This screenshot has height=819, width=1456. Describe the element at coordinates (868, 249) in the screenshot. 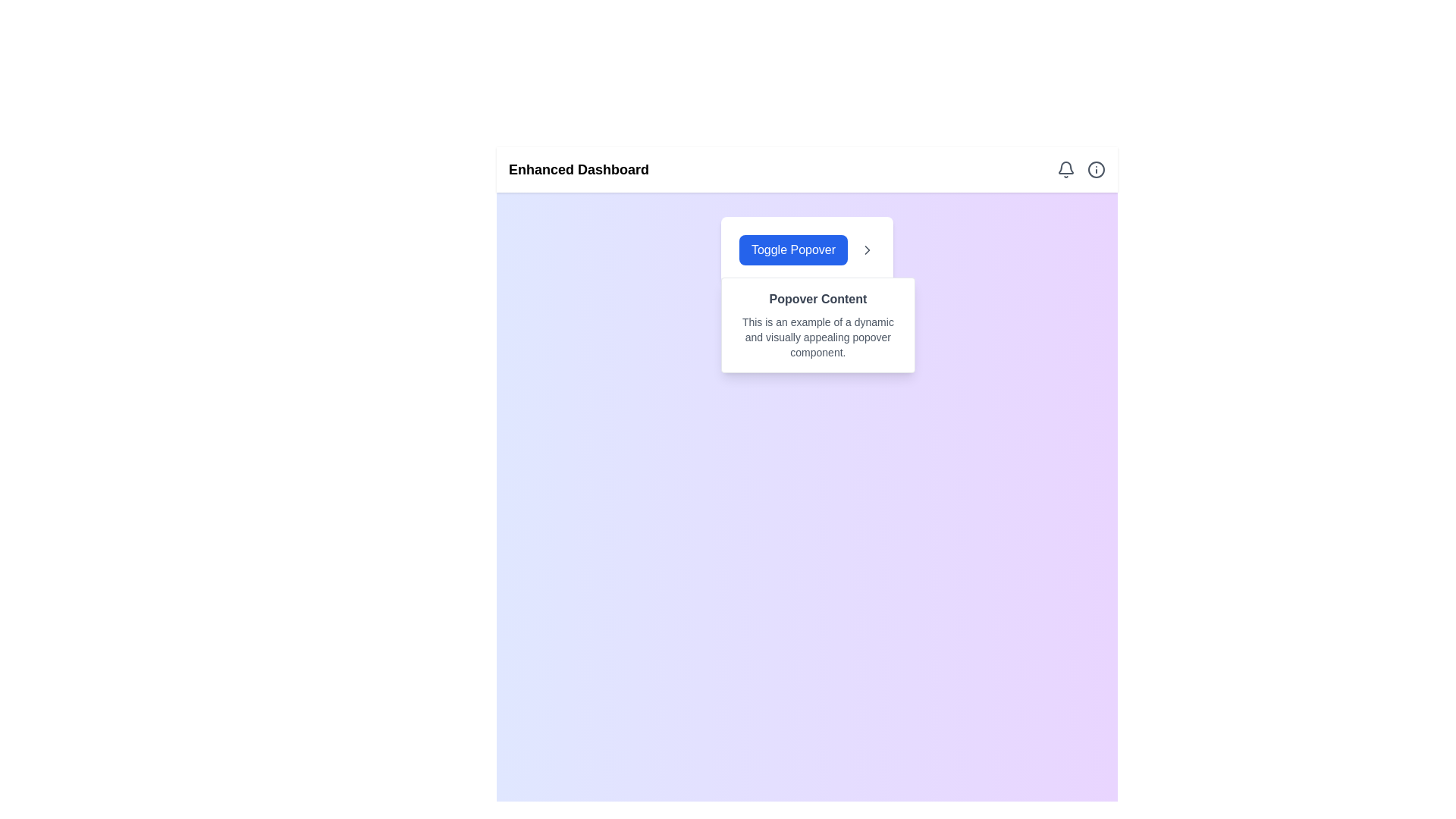

I see `the chevron icon located to the immediate right of the 'Toggle Popover' button, indicating further navigation or expansion` at that location.